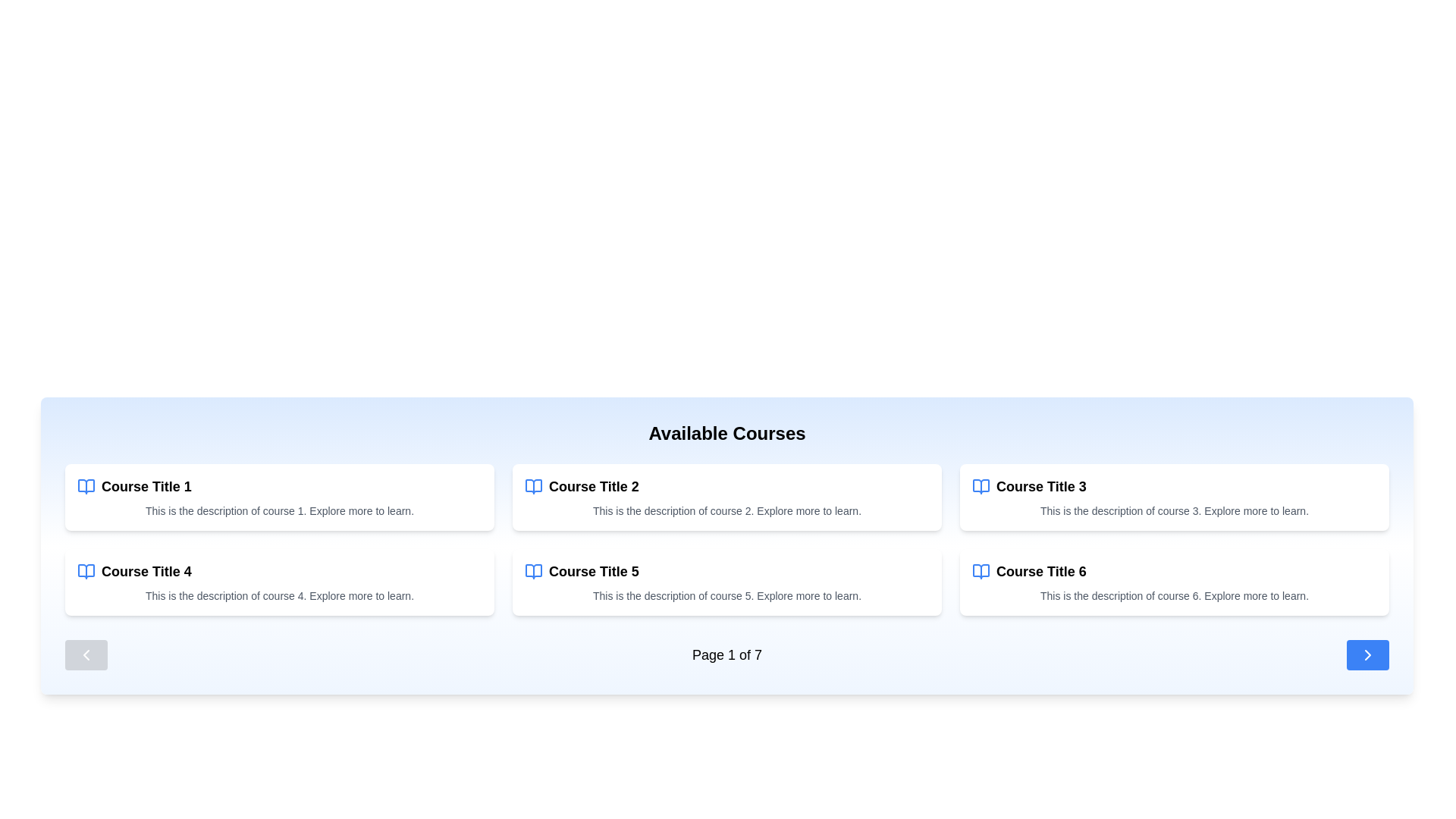  What do you see at coordinates (726, 654) in the screenshot?
I see `the text display element that shows 'Page 1 of 7', located at the bottom center of the 'Available Courses' section, beneath the course cards` at bounding box center [726, 654].